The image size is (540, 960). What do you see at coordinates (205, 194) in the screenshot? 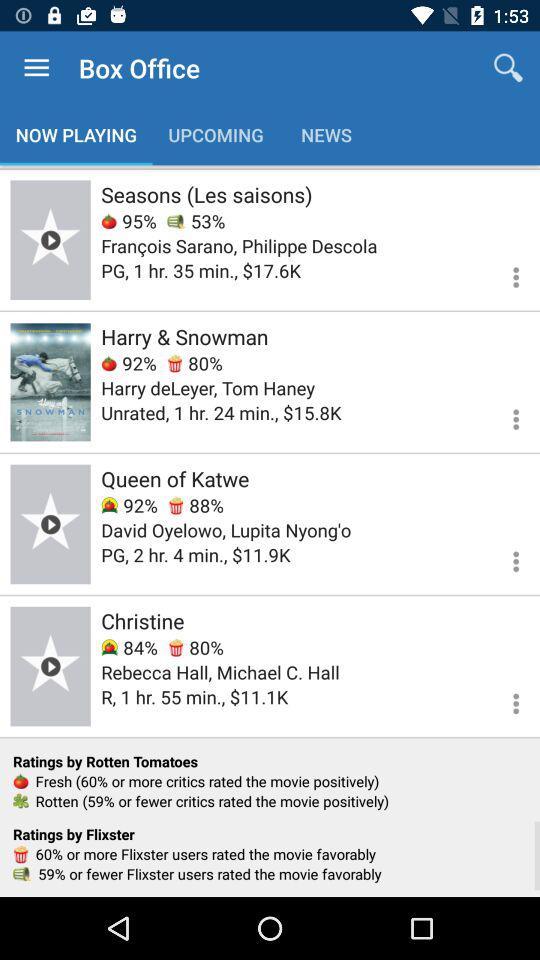
I see `the icon above the 95% icon` at bounding box center [205, 194].